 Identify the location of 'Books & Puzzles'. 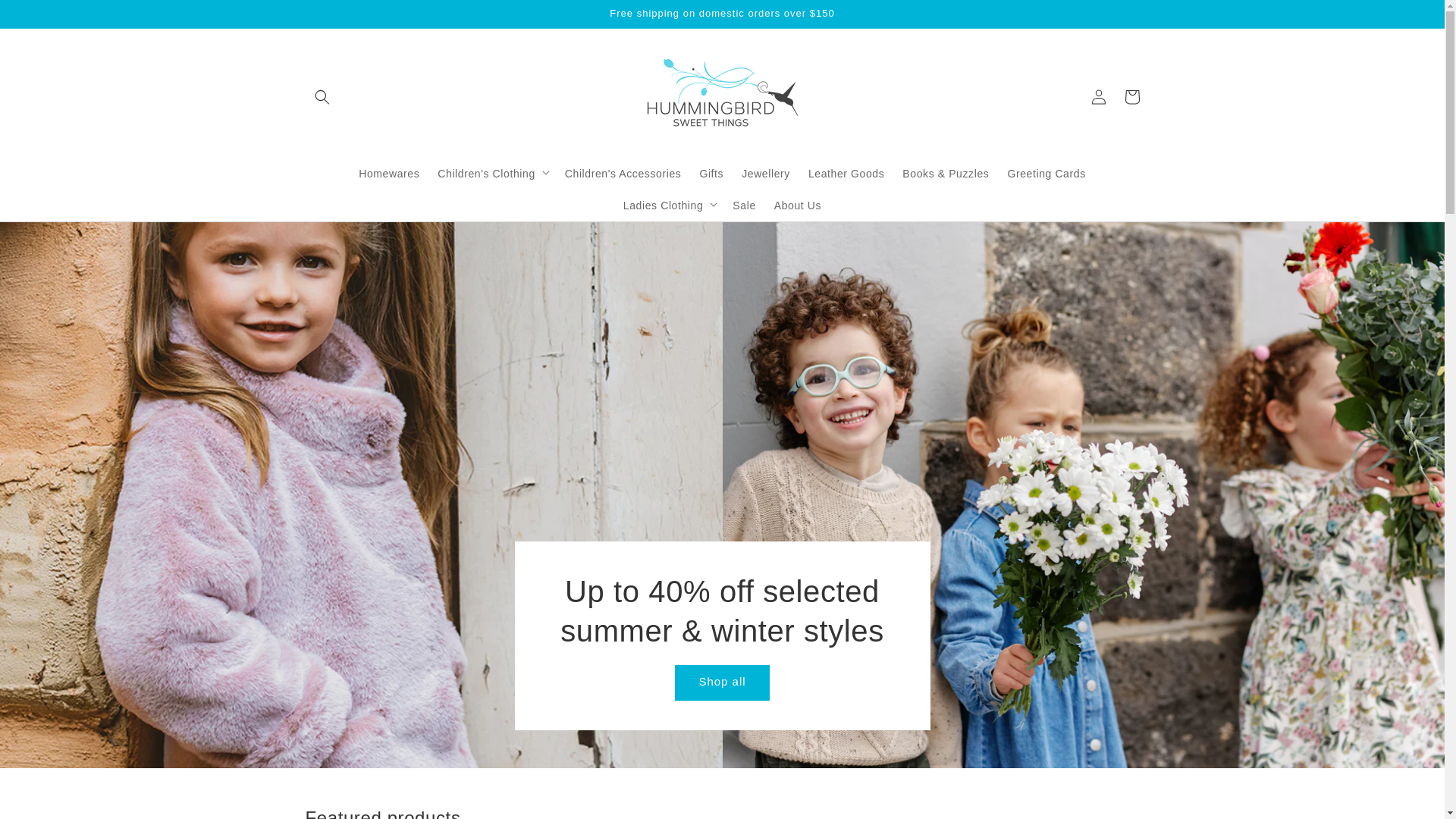
(893, 171).